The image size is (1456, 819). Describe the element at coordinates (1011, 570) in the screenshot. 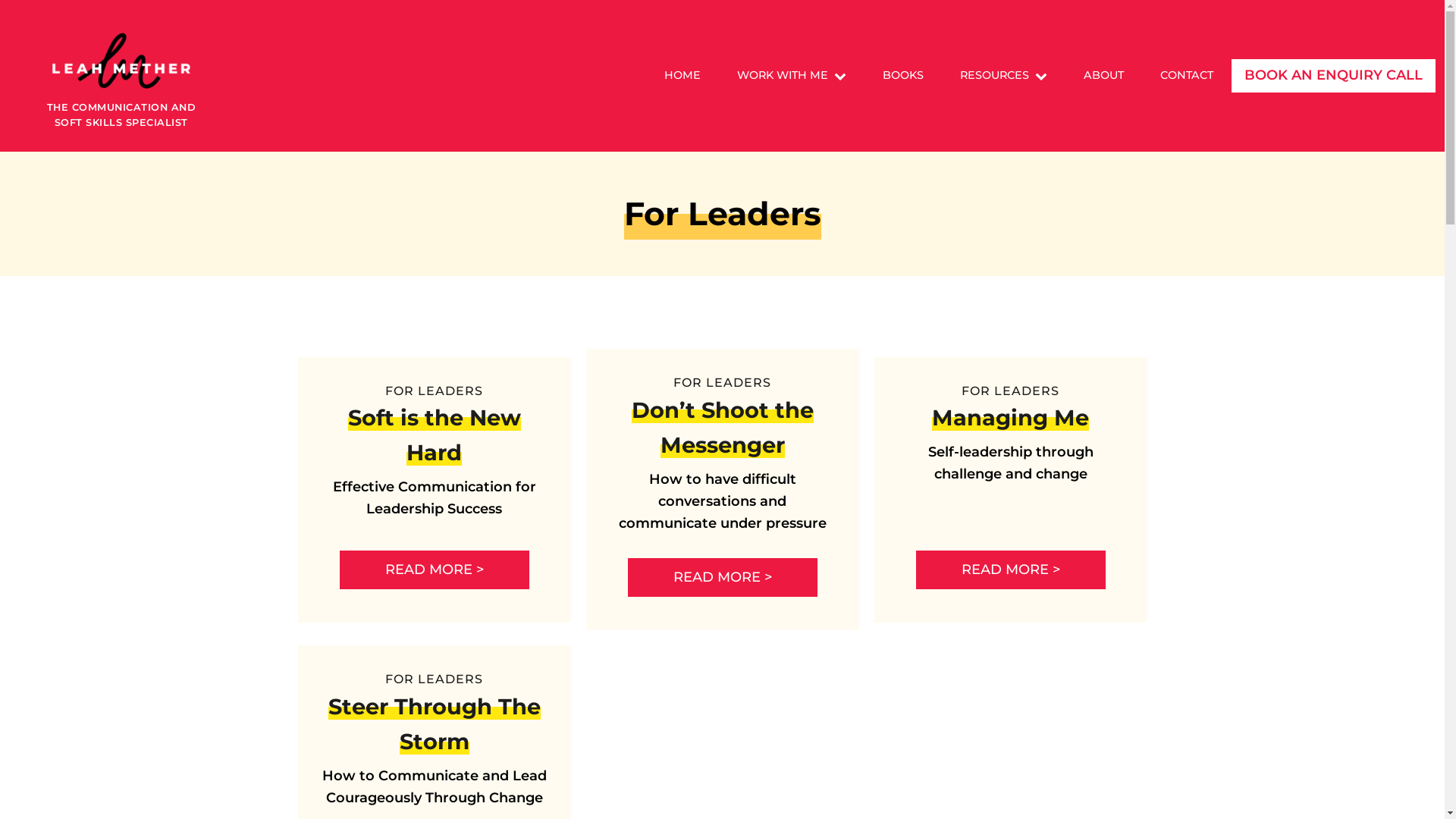

I see `'READ MORE >'` at that location.